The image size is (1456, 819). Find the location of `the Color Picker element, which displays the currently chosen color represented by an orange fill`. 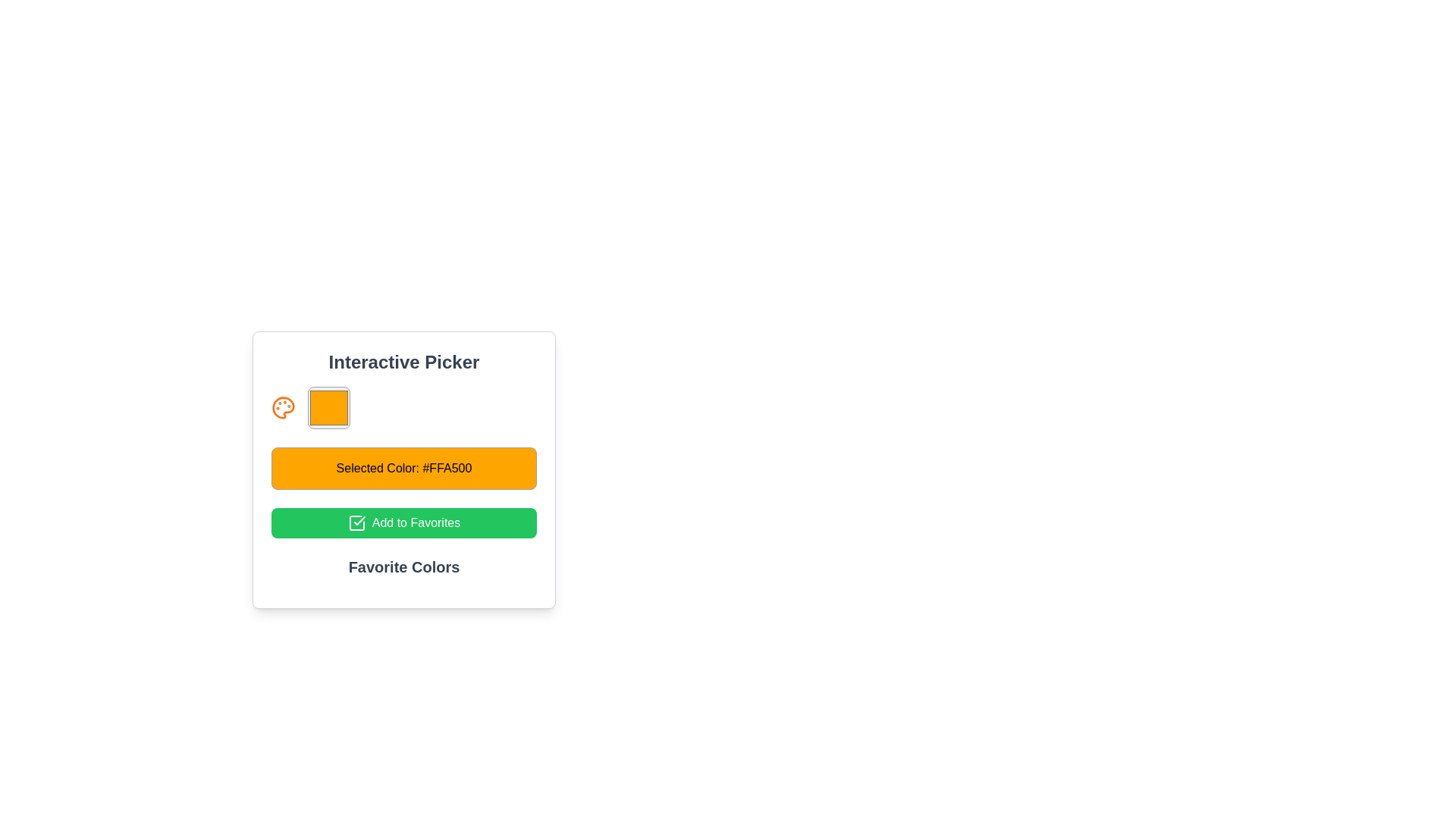

the Color Picker element, which displays the currently chosen color represented by an orange fill is located at coordinates (328, 406).